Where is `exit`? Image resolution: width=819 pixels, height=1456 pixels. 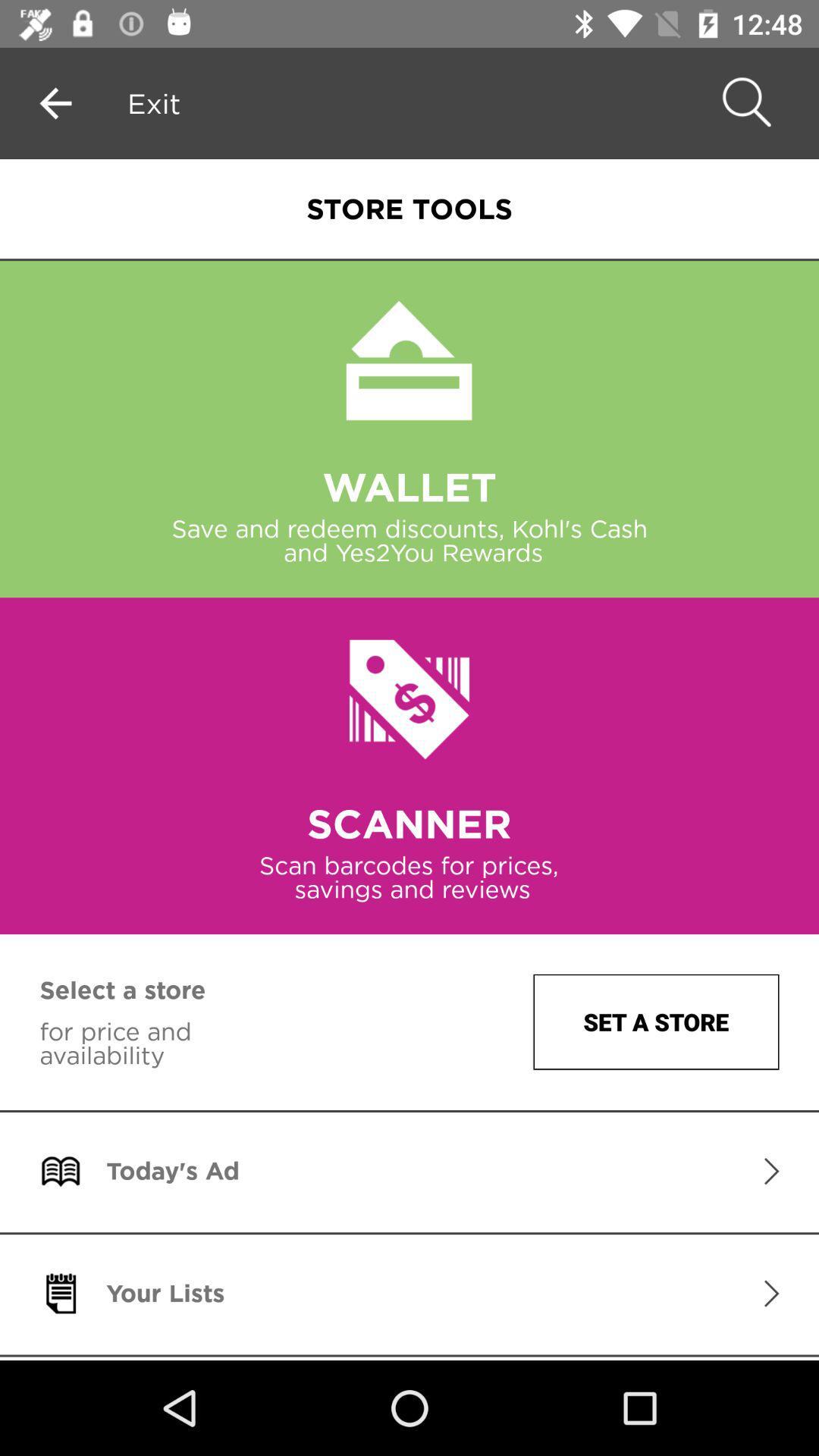
exit is located at coordinates (154, 102).